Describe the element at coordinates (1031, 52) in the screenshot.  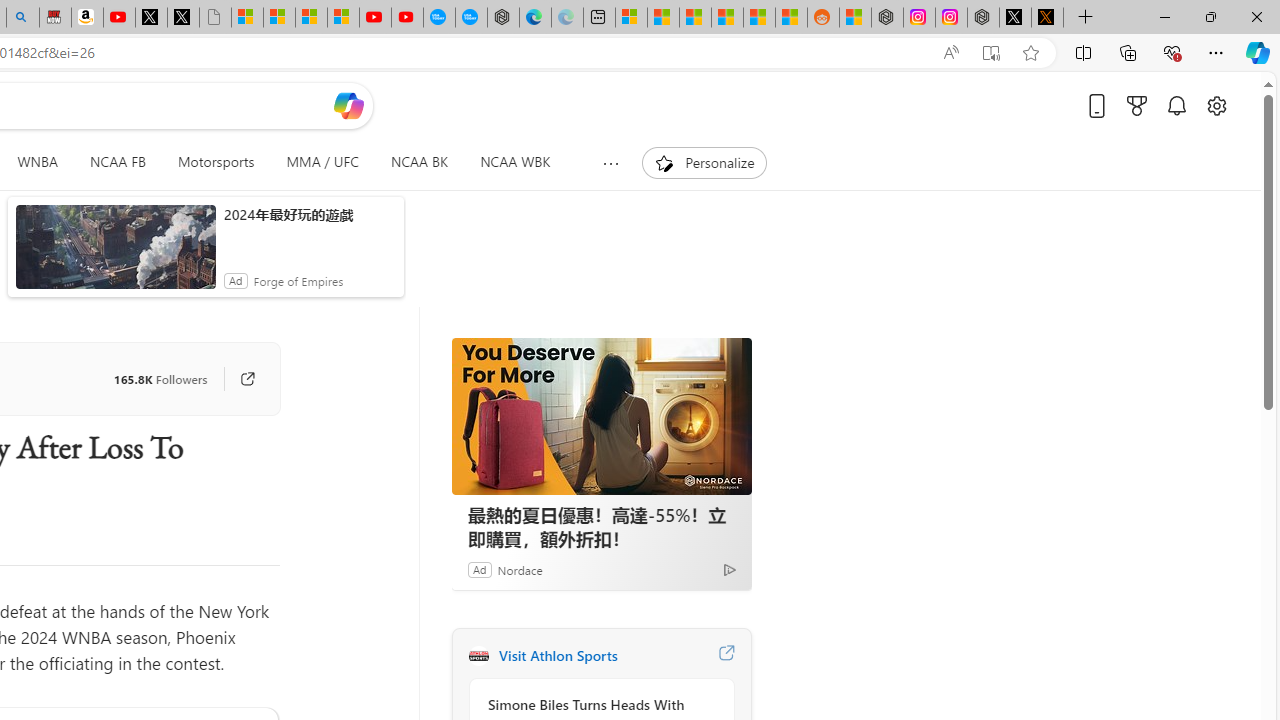
I see `'Add this page to favorites (Ctrl+D)'` at that location.